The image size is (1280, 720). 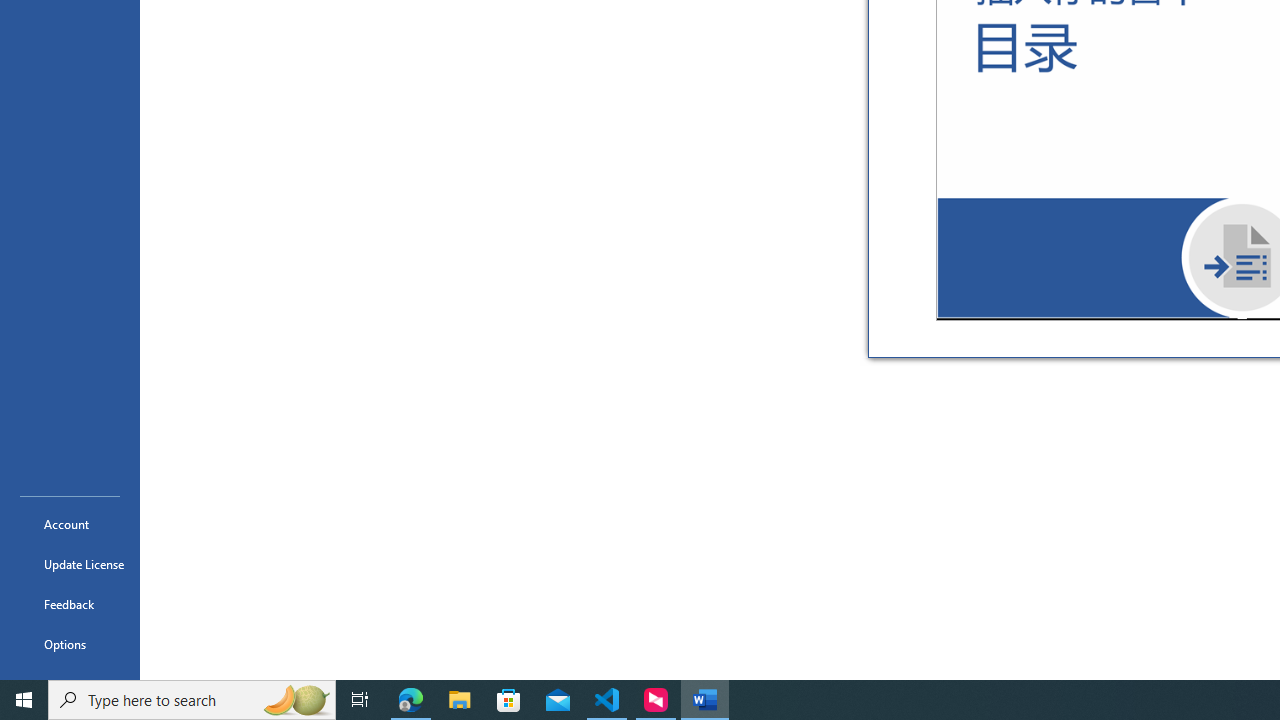 What do you see at coordinates (410, 698) in the screenshot?
I see `'Microsoft Edge - 1 running window'` at bounding box center [410, 698].